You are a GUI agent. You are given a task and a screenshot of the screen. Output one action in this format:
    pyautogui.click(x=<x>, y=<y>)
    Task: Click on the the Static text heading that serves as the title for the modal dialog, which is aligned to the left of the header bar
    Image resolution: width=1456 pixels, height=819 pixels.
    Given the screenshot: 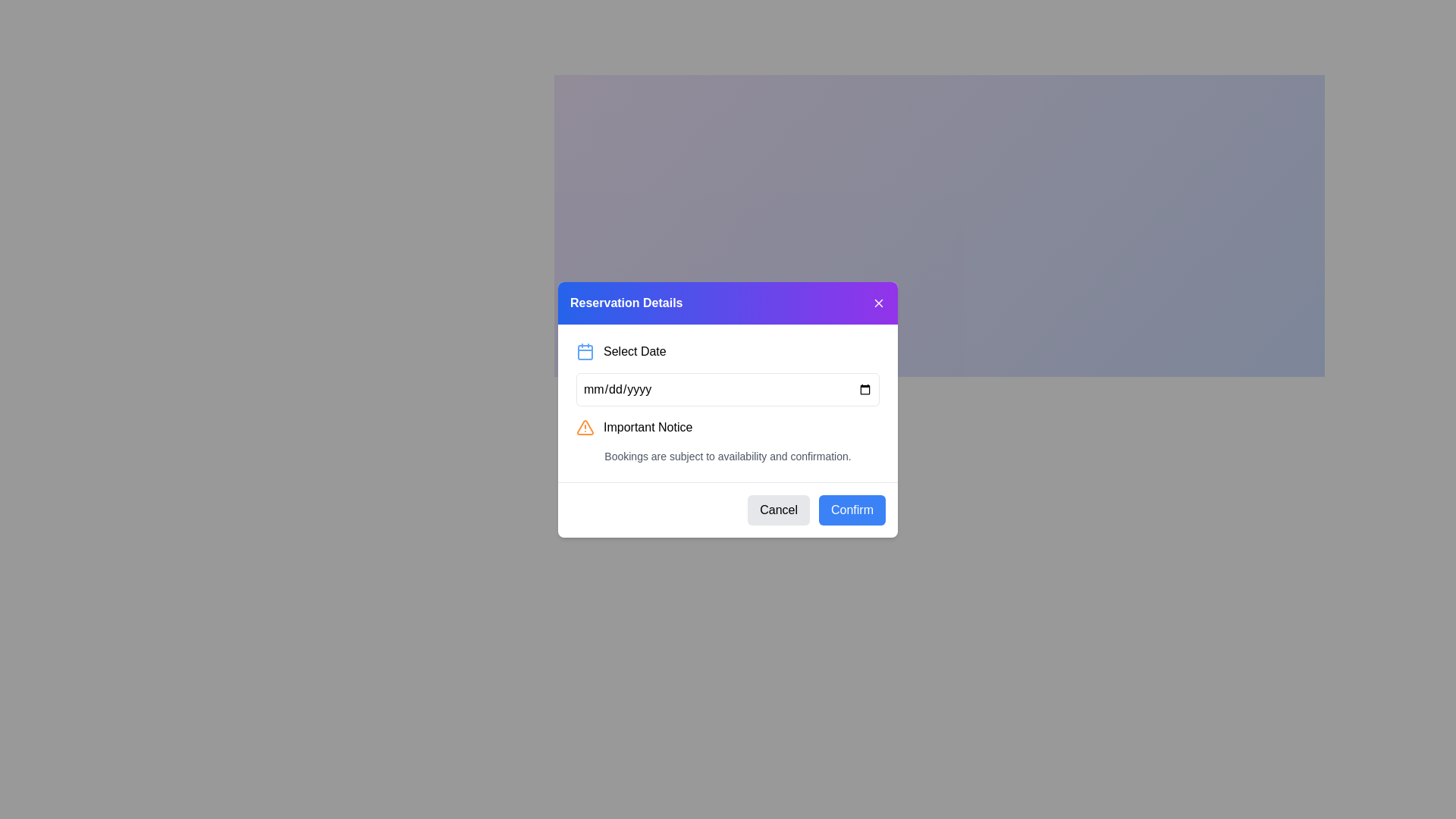 What is the action you would take?
    pyautogui.click(x=626, y=303)
    